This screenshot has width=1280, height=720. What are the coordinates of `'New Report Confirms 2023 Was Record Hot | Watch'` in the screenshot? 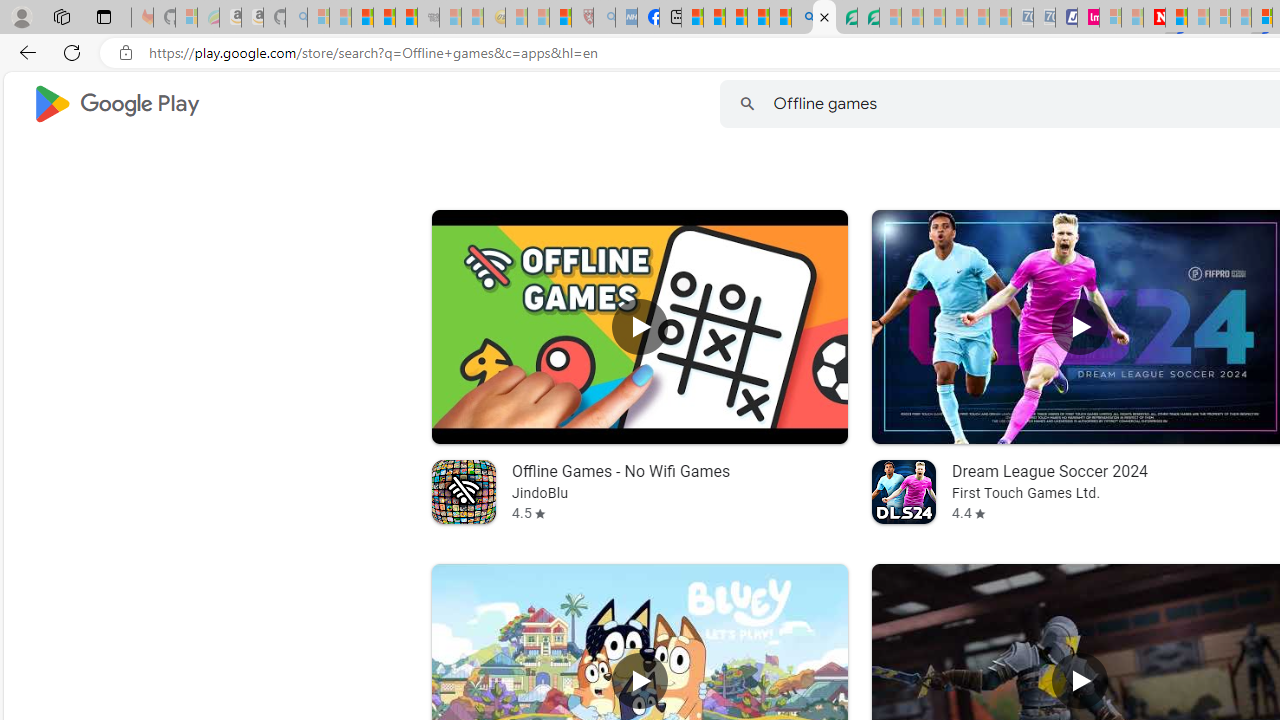 It's located at (405, 17).